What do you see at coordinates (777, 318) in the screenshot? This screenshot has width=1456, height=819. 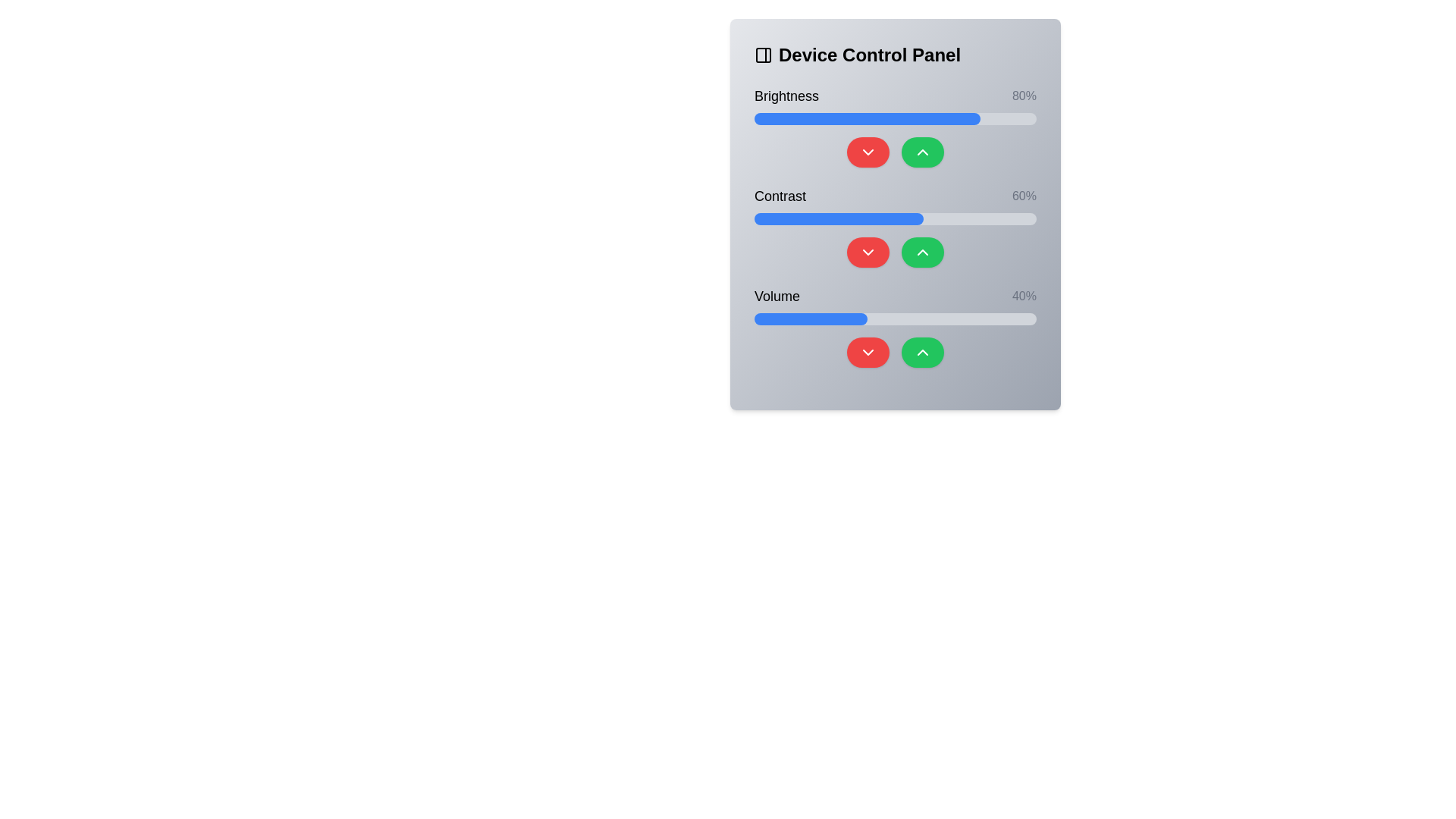 I see `the volume` at bounding box center [777, 318].